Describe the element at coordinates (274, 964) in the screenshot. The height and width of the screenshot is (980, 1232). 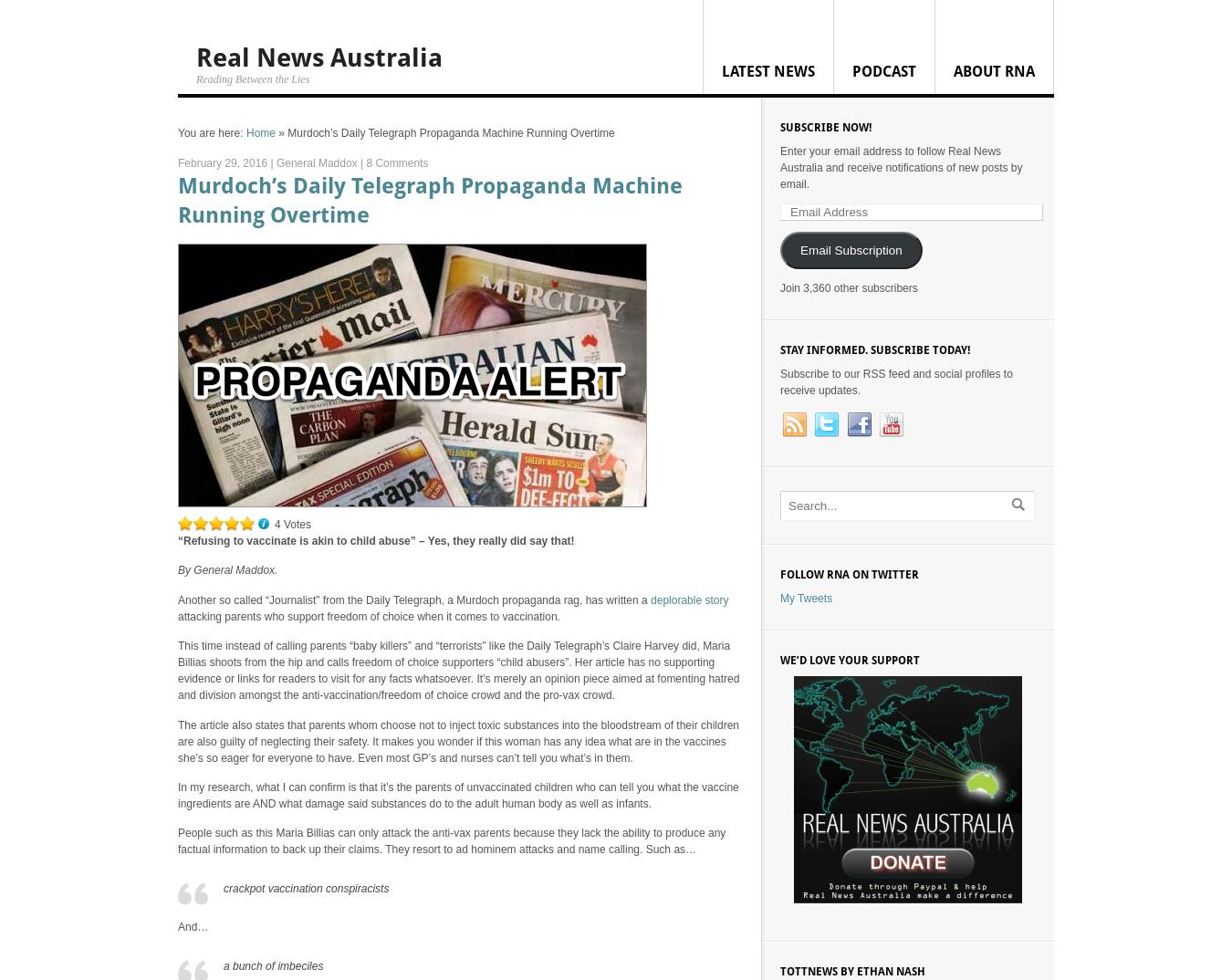
I see `'a bunch of imbeciles'` at that location.